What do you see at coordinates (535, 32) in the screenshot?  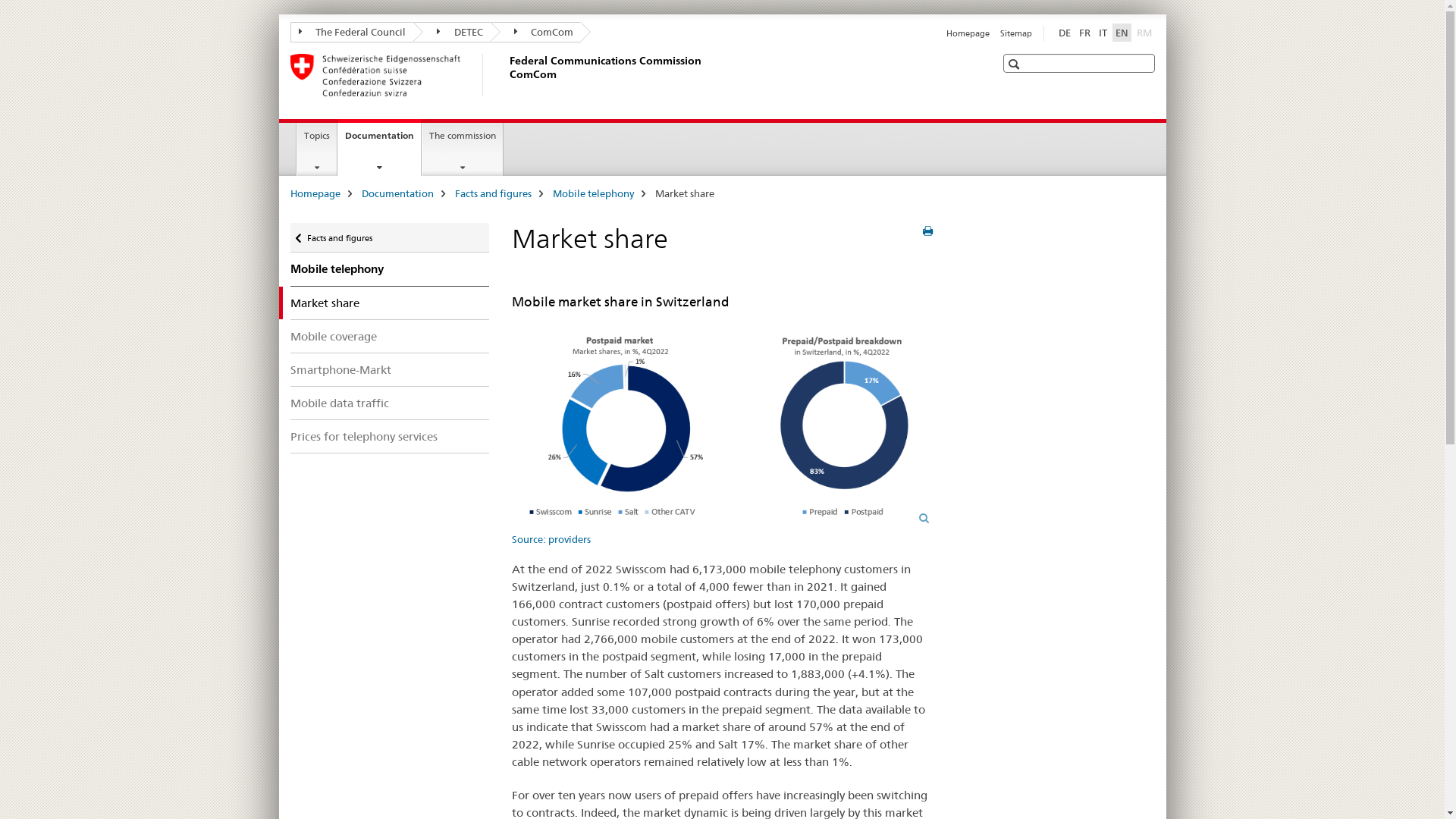 I see `'ComCom'` at bounding box center [535, 32].